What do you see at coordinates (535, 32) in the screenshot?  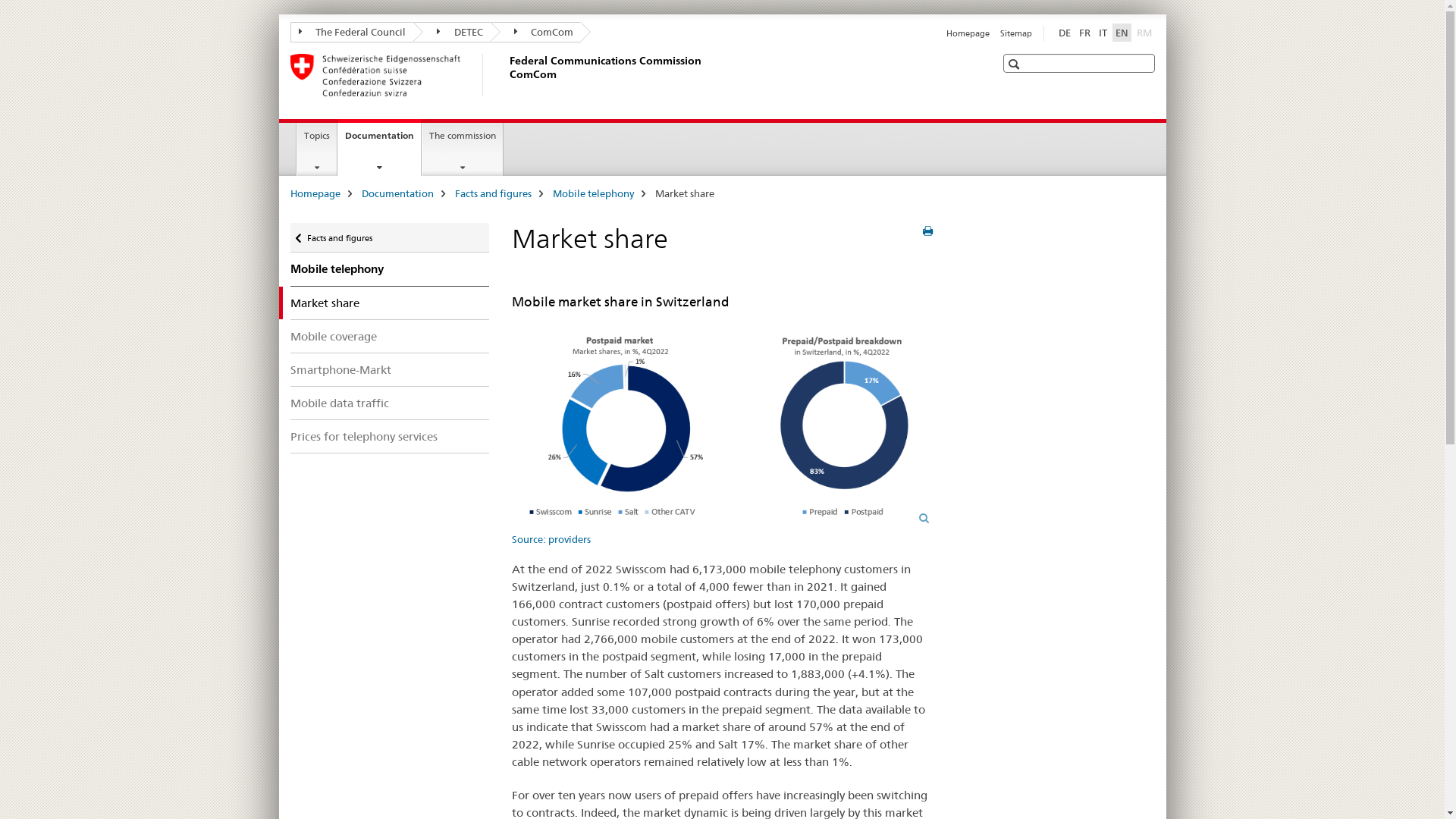 I see `'ComCom'` at bounding box center [535, 32].